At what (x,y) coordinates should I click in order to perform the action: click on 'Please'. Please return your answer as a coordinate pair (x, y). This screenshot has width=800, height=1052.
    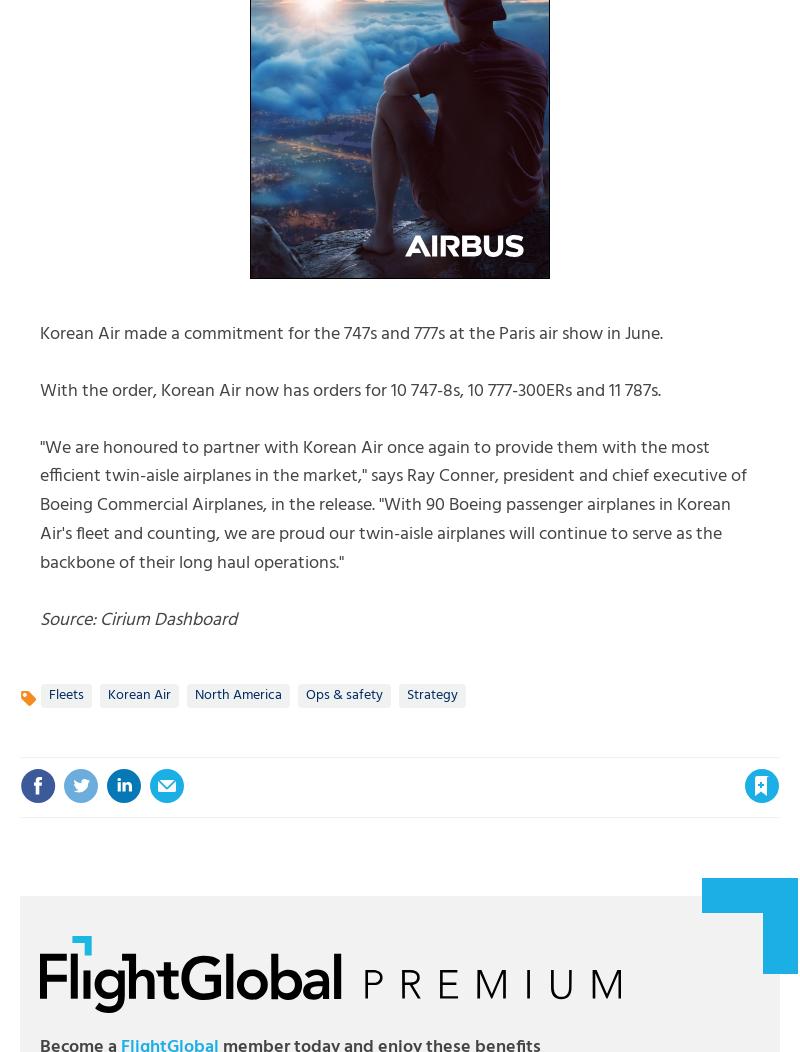
    Looking at the image, I should click on (487, 743).